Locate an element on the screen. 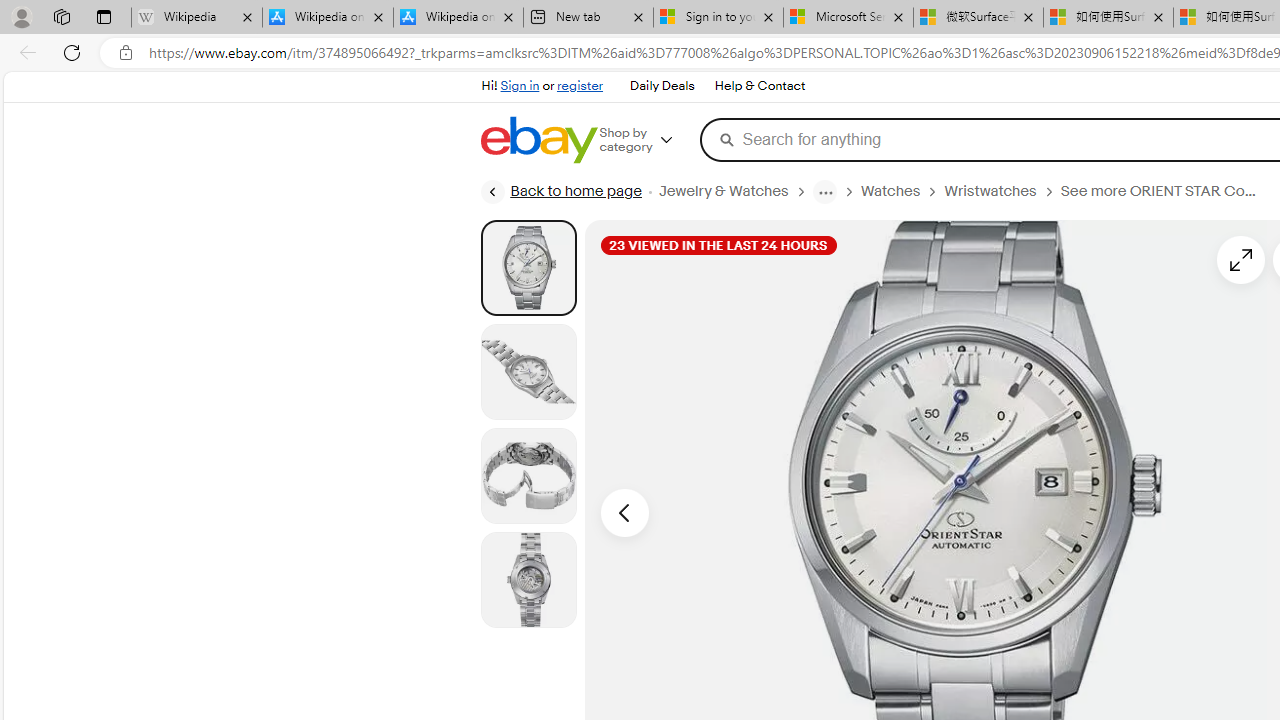 This screenshot has width=1280, height=720. 'breadcrumb menu' is located at coordinates (824, 191).